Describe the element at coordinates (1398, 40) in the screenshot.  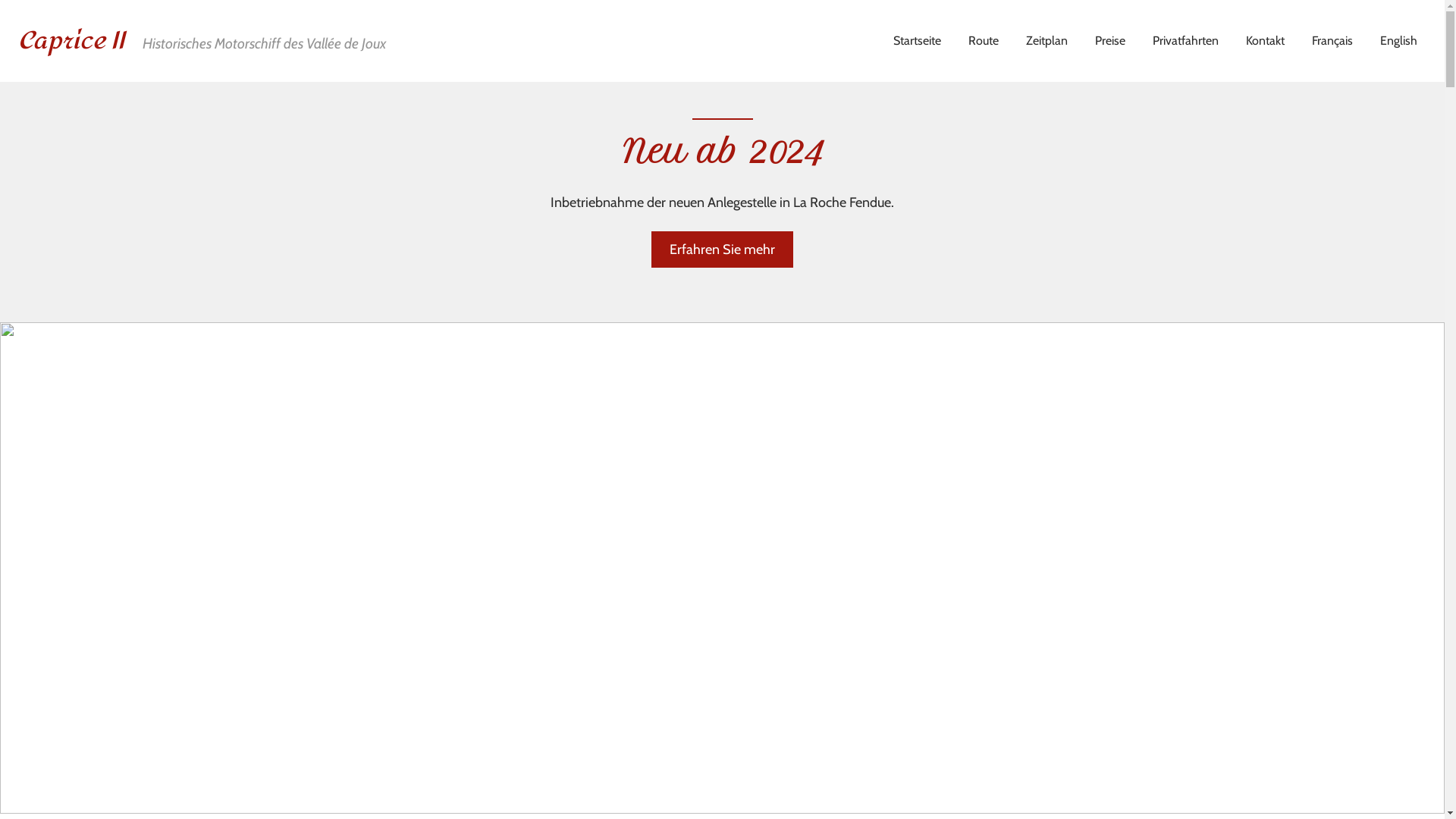
I see `'English'` at that location.